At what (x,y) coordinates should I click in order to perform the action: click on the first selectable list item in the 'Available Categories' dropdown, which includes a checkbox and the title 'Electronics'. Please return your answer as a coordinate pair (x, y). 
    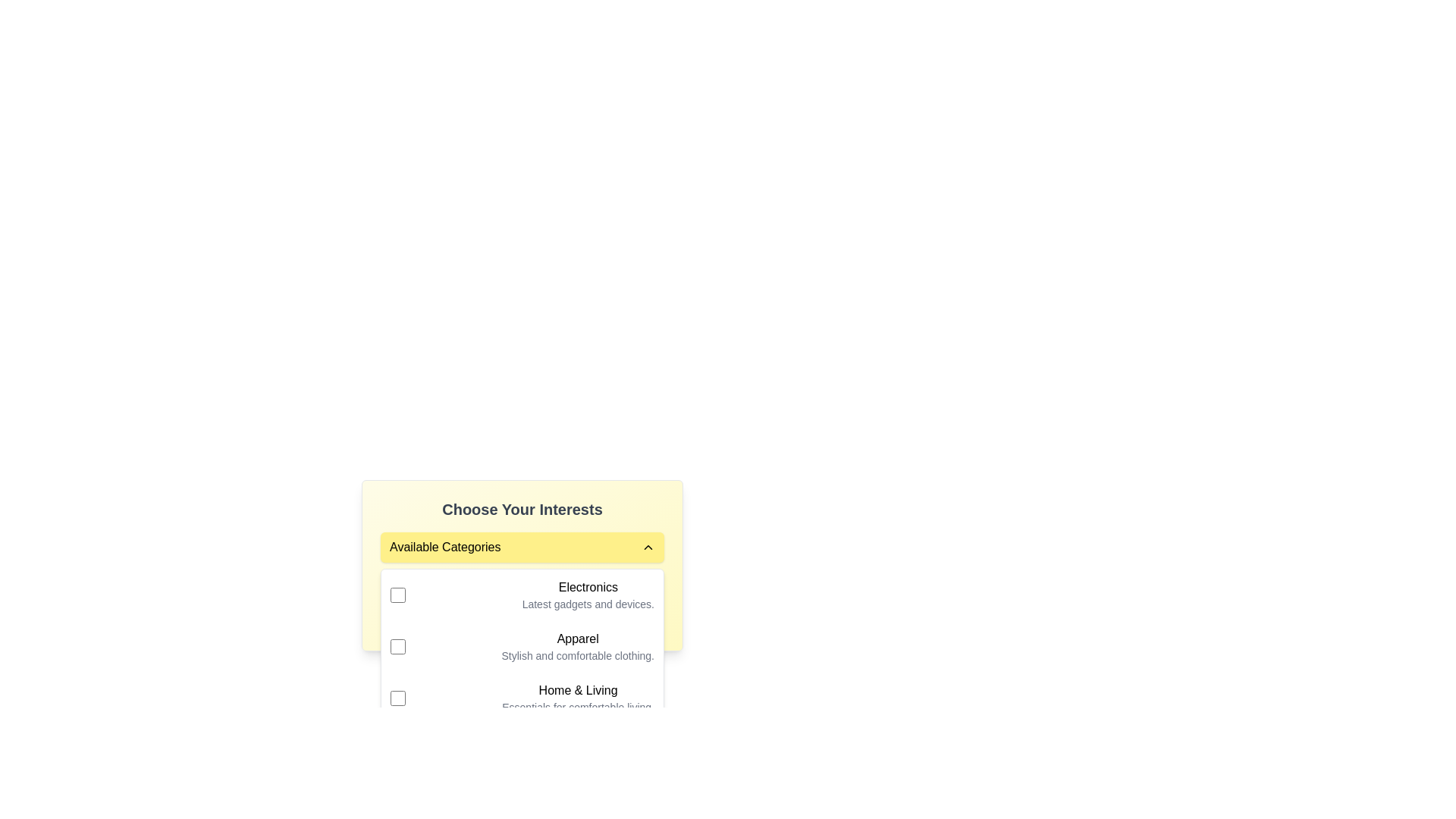
    Looking at the image, I should click on (522, 595).